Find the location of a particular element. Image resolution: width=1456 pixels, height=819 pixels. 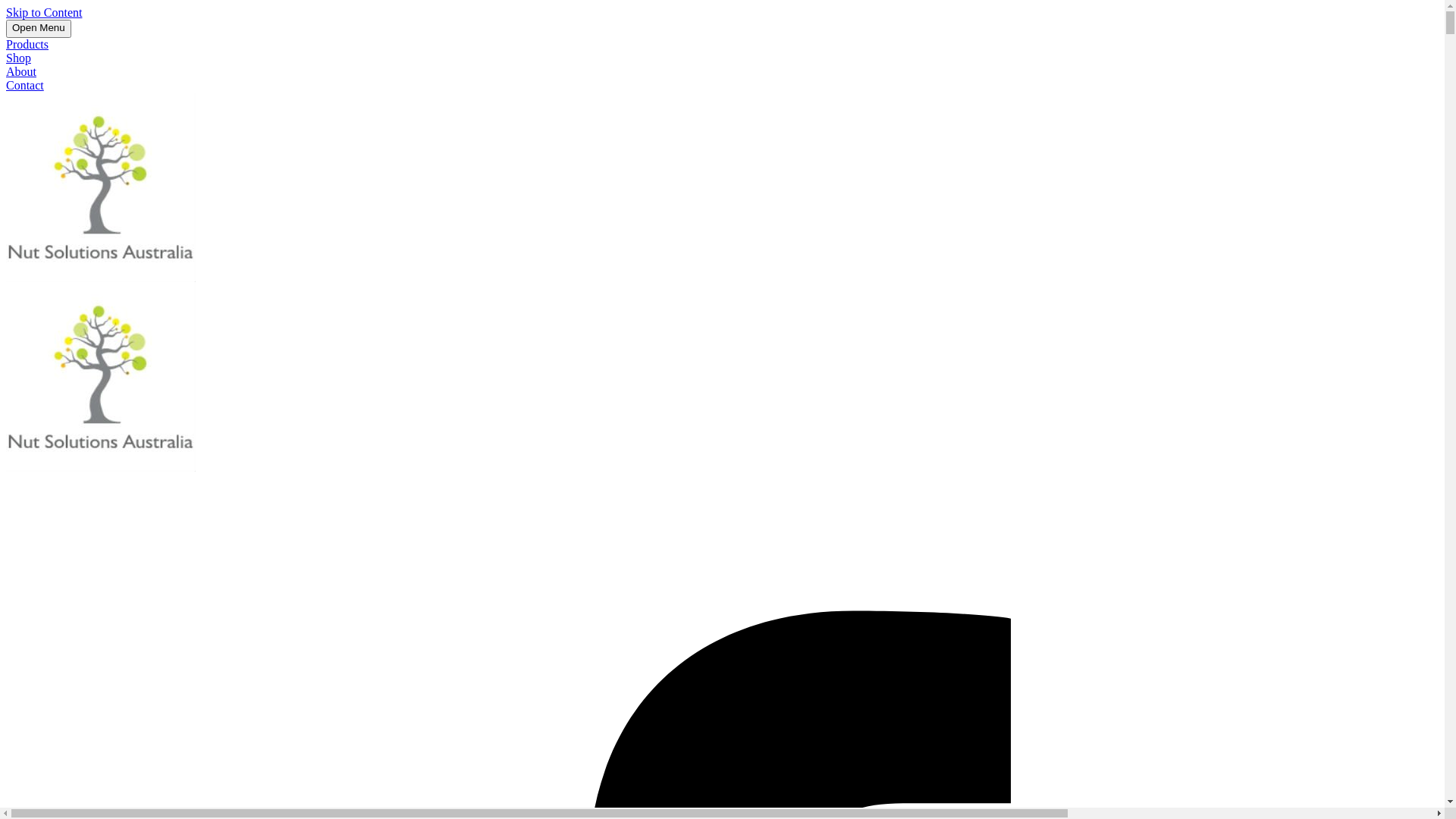

'Open Menu' is located at coordinates (39, 29).